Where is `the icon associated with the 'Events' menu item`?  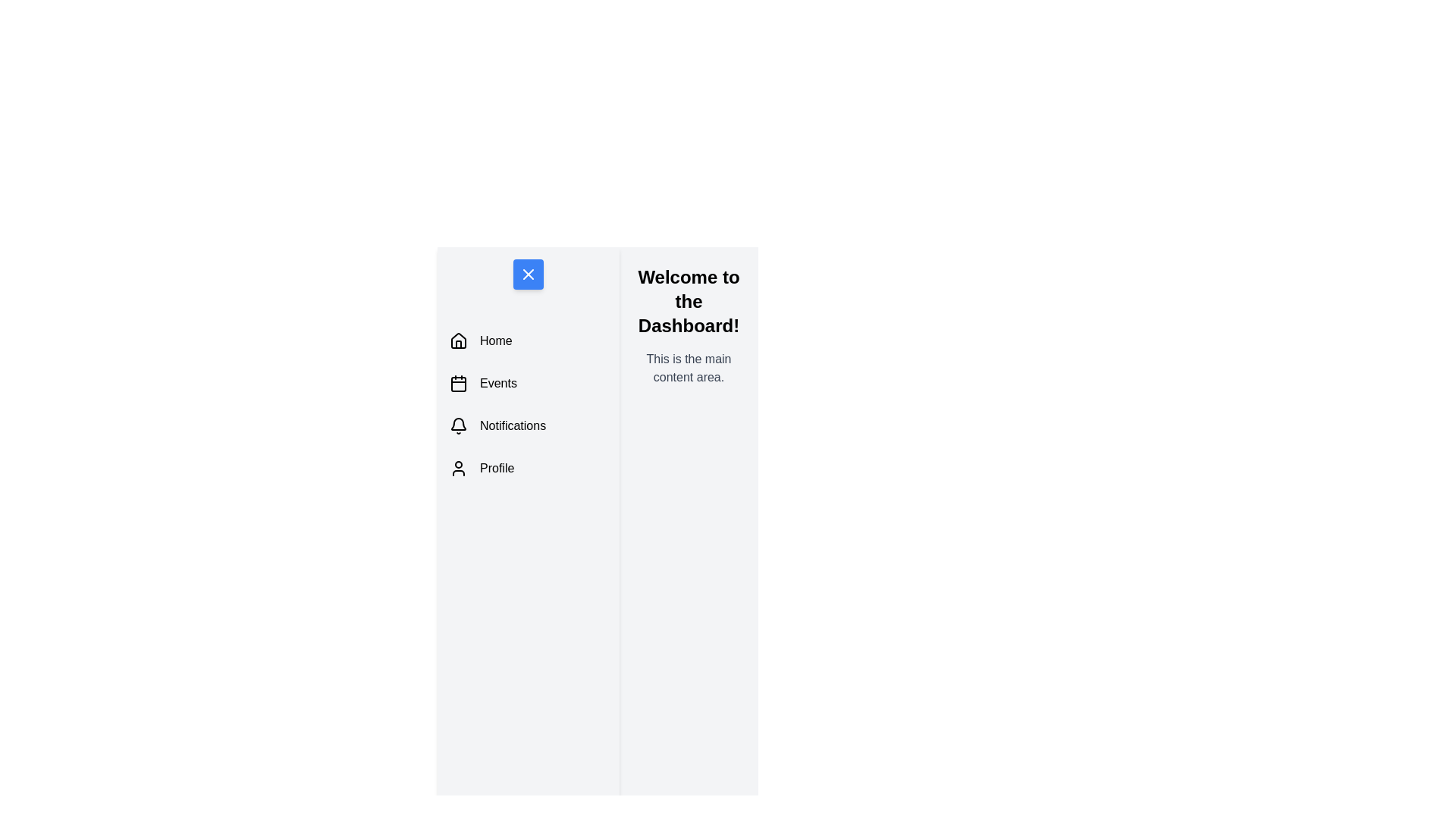
the icon associated with the 'Events' menu item is located at coordinates (457, 382).